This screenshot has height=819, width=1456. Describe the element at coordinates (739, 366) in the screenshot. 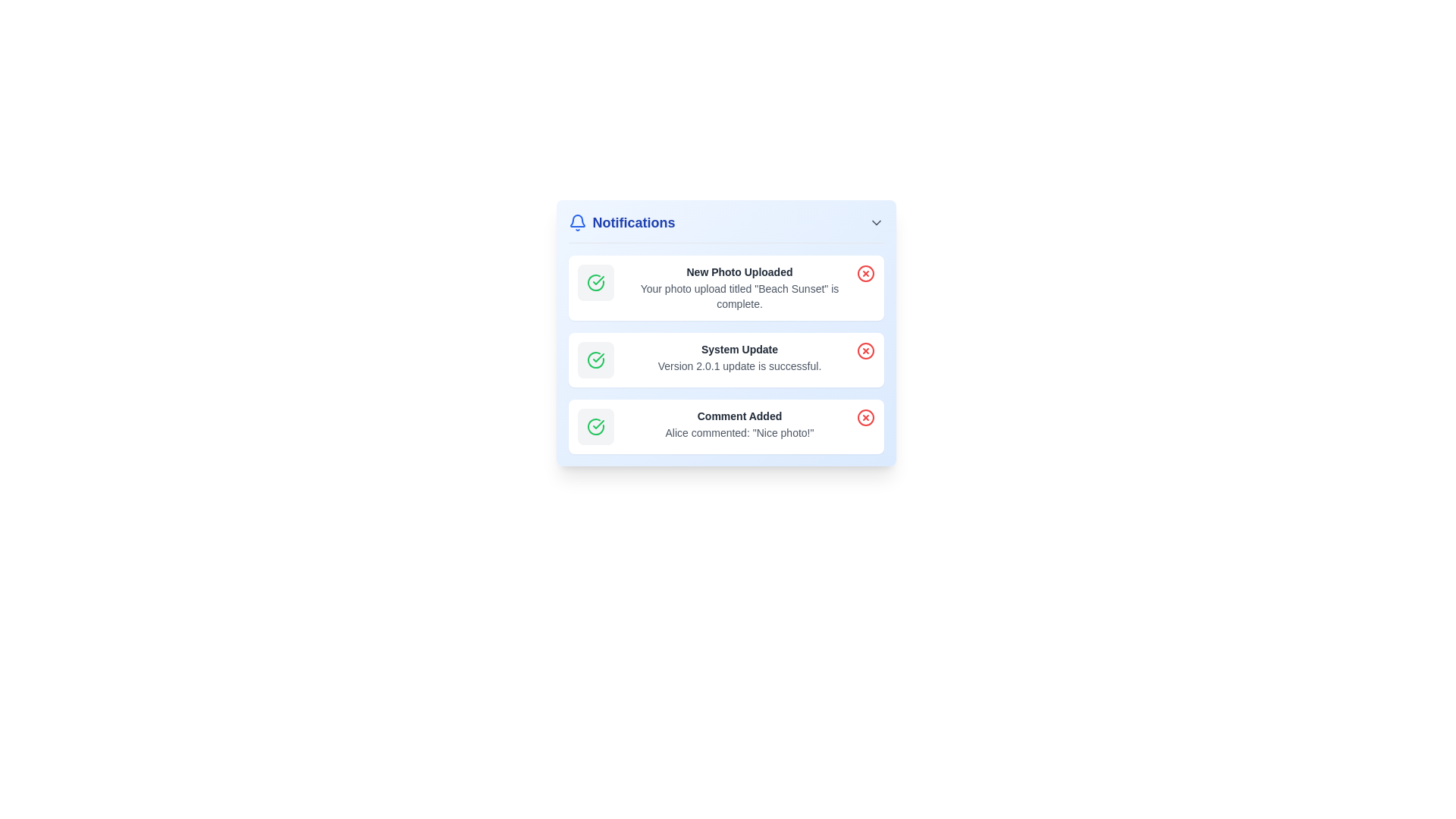

I see `status information from the text label indicating that version 2.0.1 has been successfully updated, which is located below the bold text 'System Update' in the second notification card` at that location.